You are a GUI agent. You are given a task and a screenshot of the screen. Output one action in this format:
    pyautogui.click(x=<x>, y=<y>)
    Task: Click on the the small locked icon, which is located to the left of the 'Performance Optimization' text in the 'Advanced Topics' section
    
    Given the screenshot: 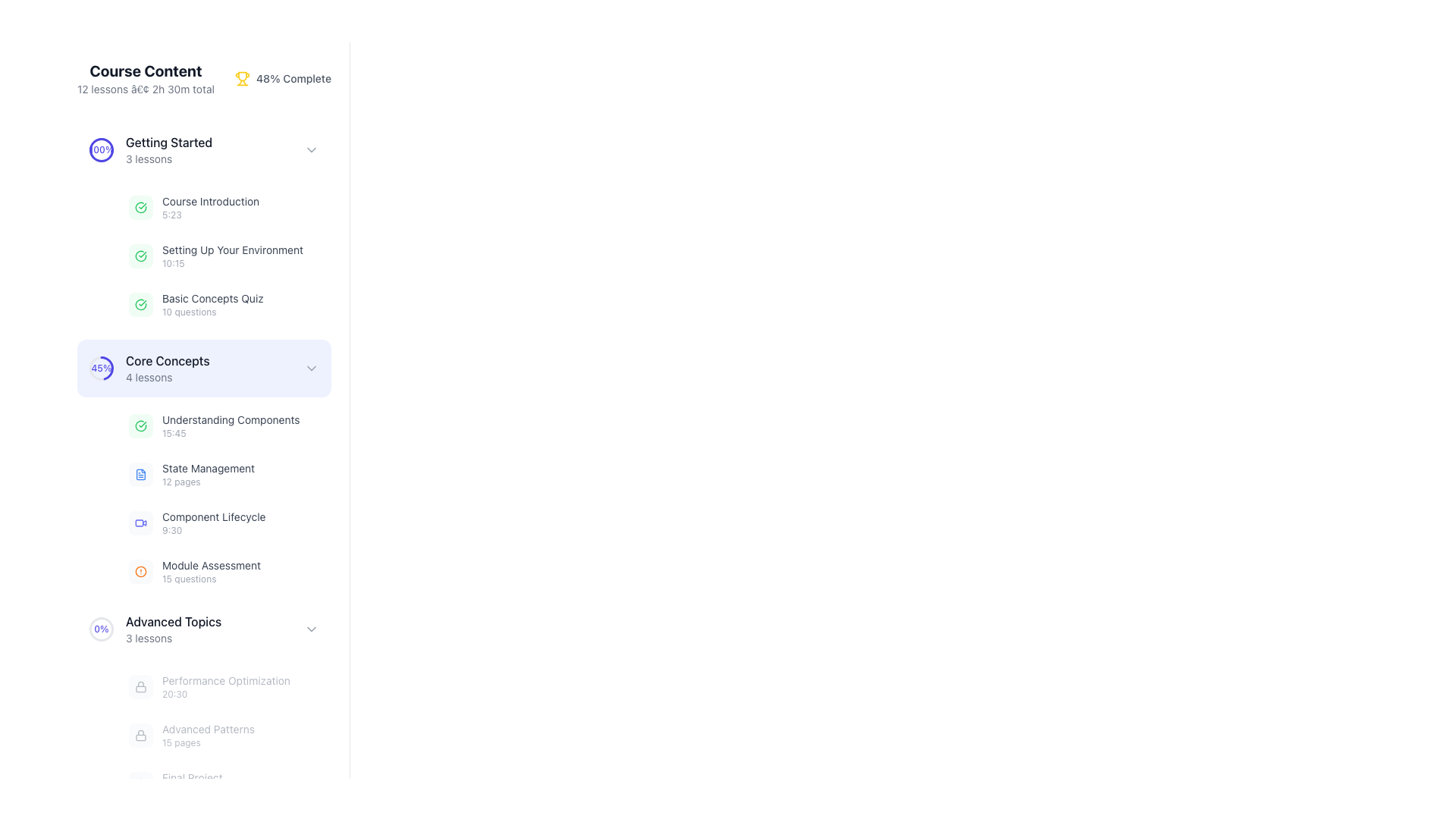 What is the action you would take?
    pyautogui.click(x=141, y=687)
    